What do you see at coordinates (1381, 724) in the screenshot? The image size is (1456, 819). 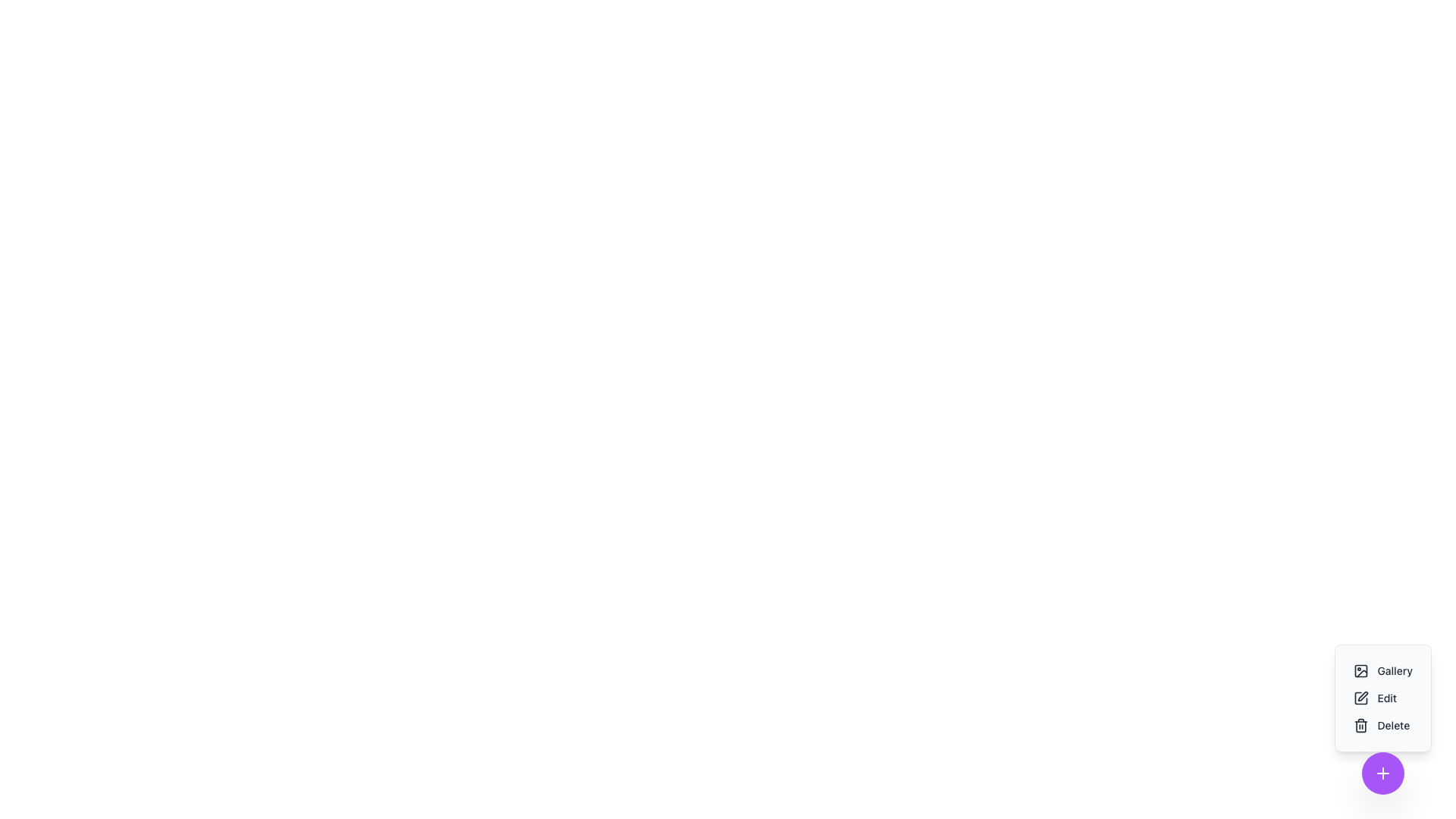 I see `the 'Delete' button with a trash bin icon` at bounding box center [1381, 724].